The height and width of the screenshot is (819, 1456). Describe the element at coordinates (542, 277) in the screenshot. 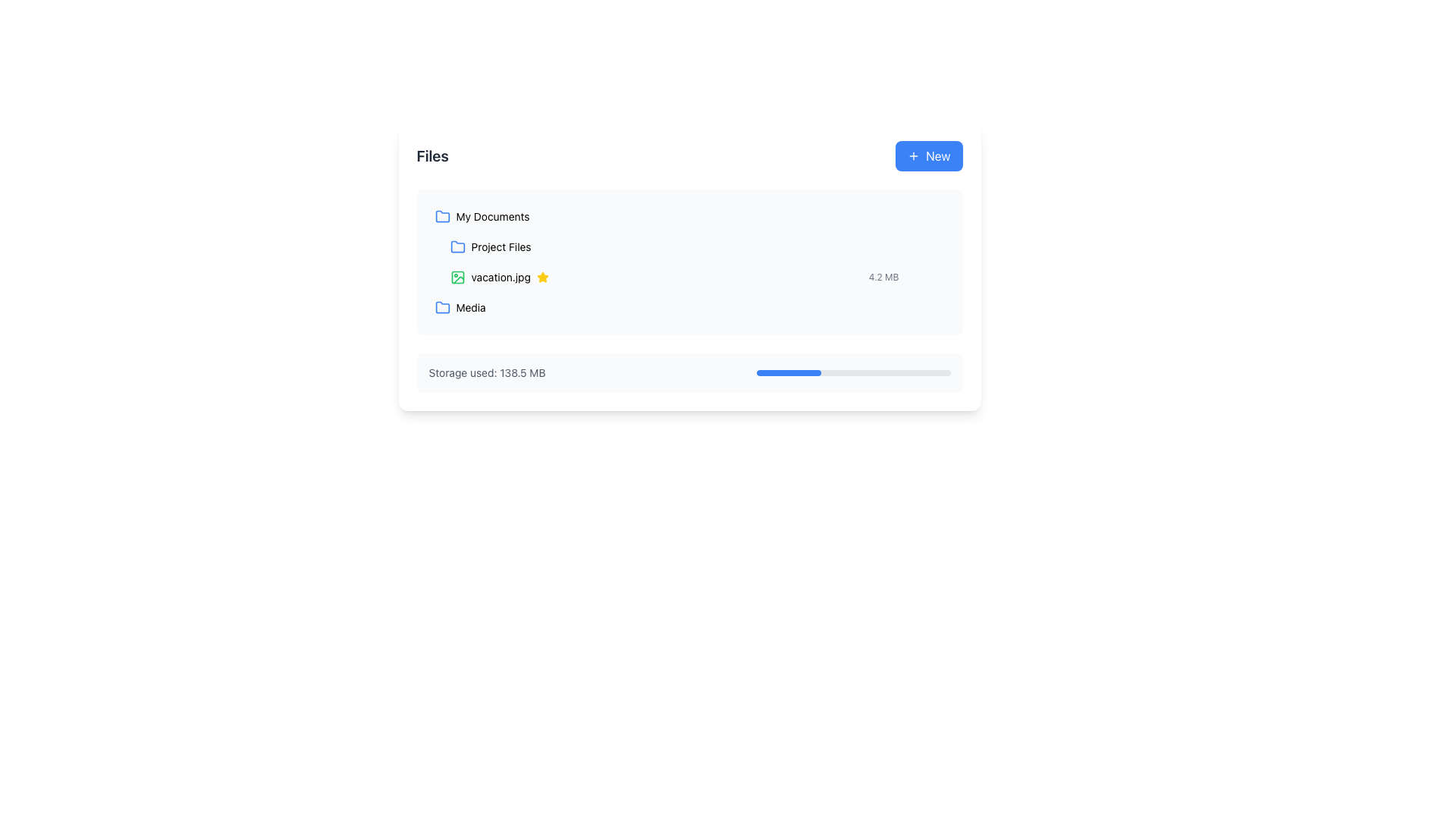

I see `the status icon located to the right of the file name 'vacation.jpg' in the file listing area` at that location.